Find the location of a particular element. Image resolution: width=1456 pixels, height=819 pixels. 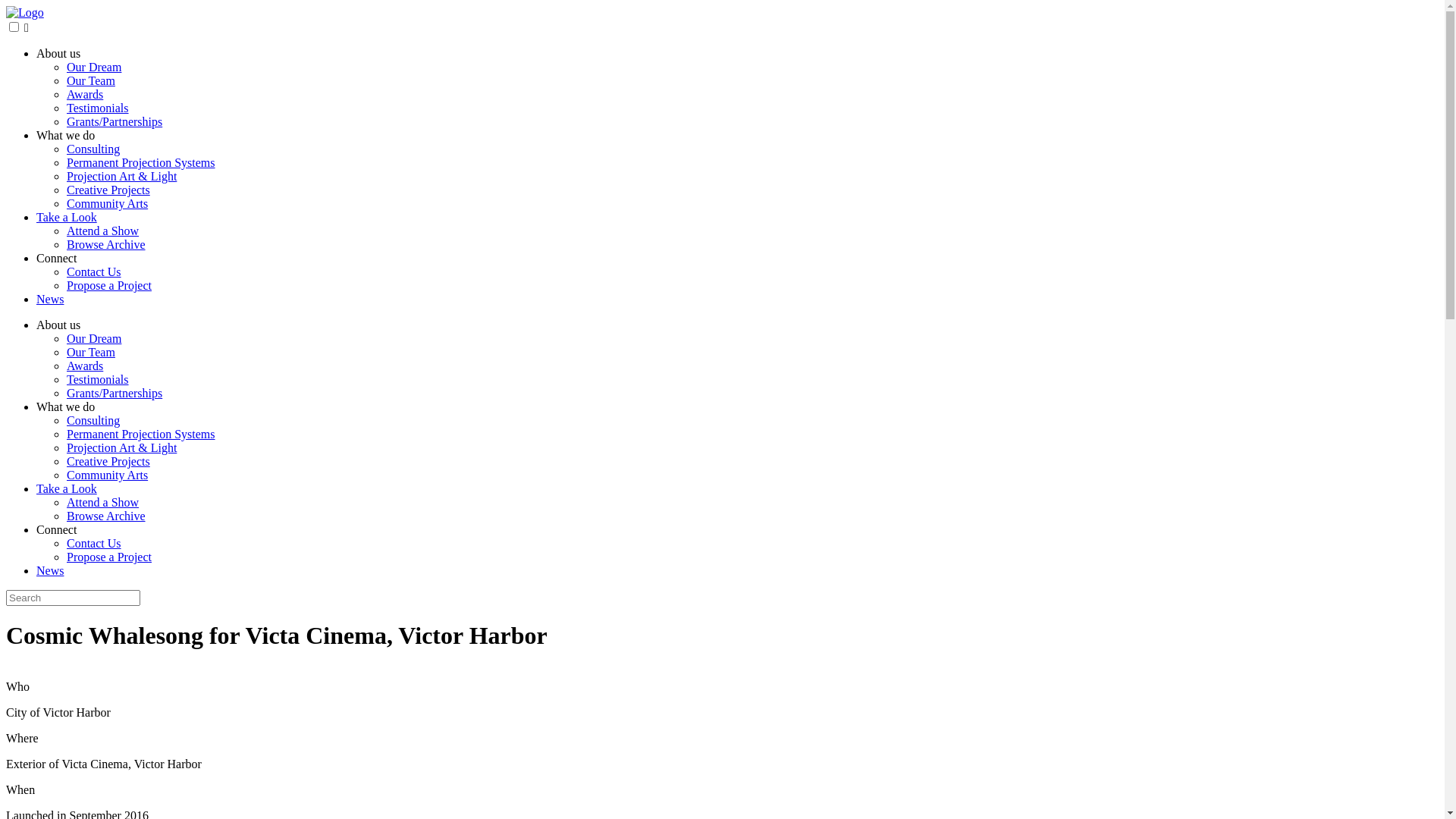

'Awards' is located at coordinates (83, 94).